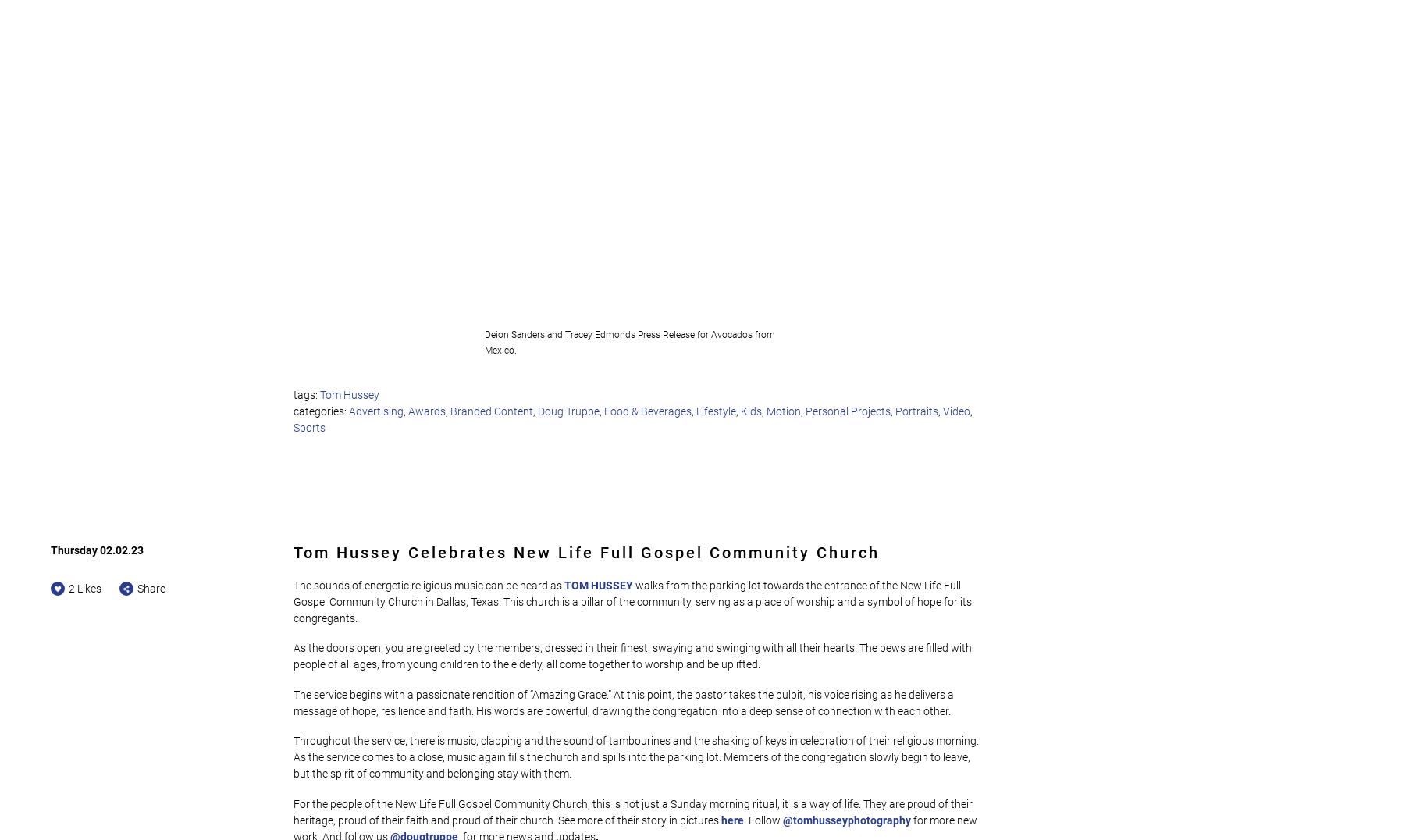  I want to click on 'here', so click(721, 819).